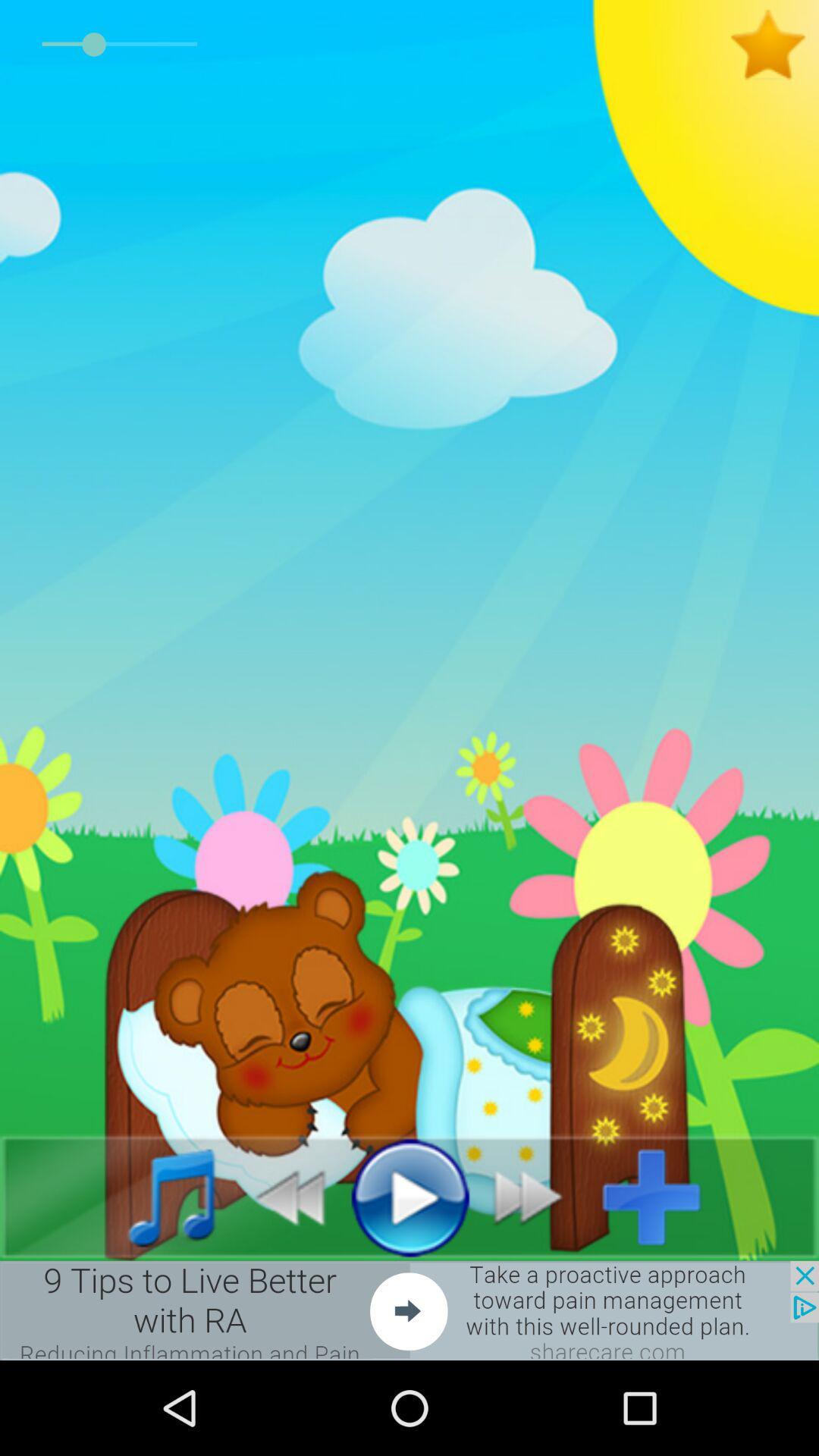 The width and height of the screenshot is (819, 1456). What do you see at coordinates (663, 1196) in the screenshot?
I see `the add icon` at bounding box center [663, 1196].